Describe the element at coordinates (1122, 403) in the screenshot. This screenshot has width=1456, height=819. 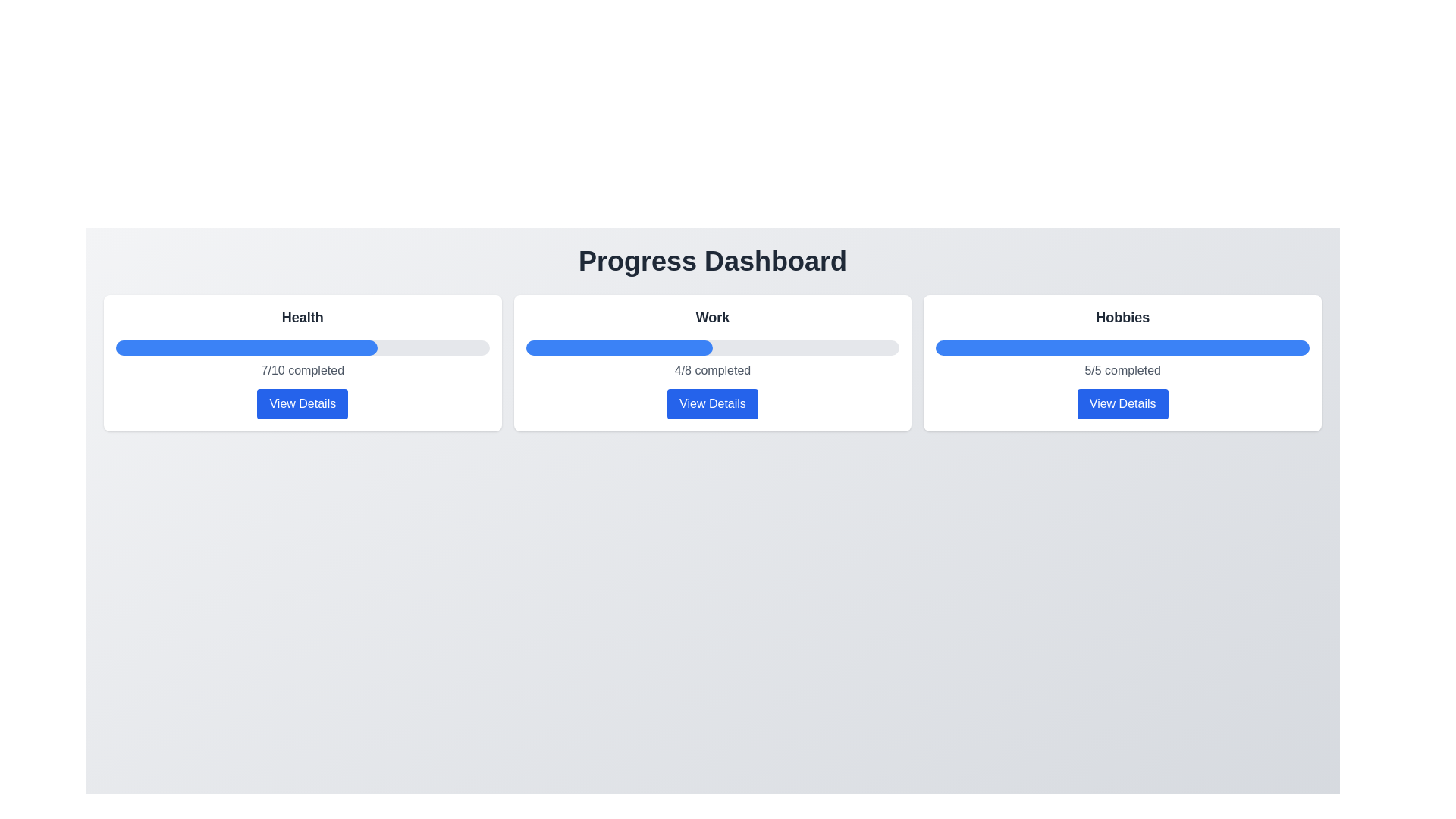
I see `the 'View Details' button located at the bottom of the rightmost card titled 'Hobbies' to initiate navigation or action` at that location.